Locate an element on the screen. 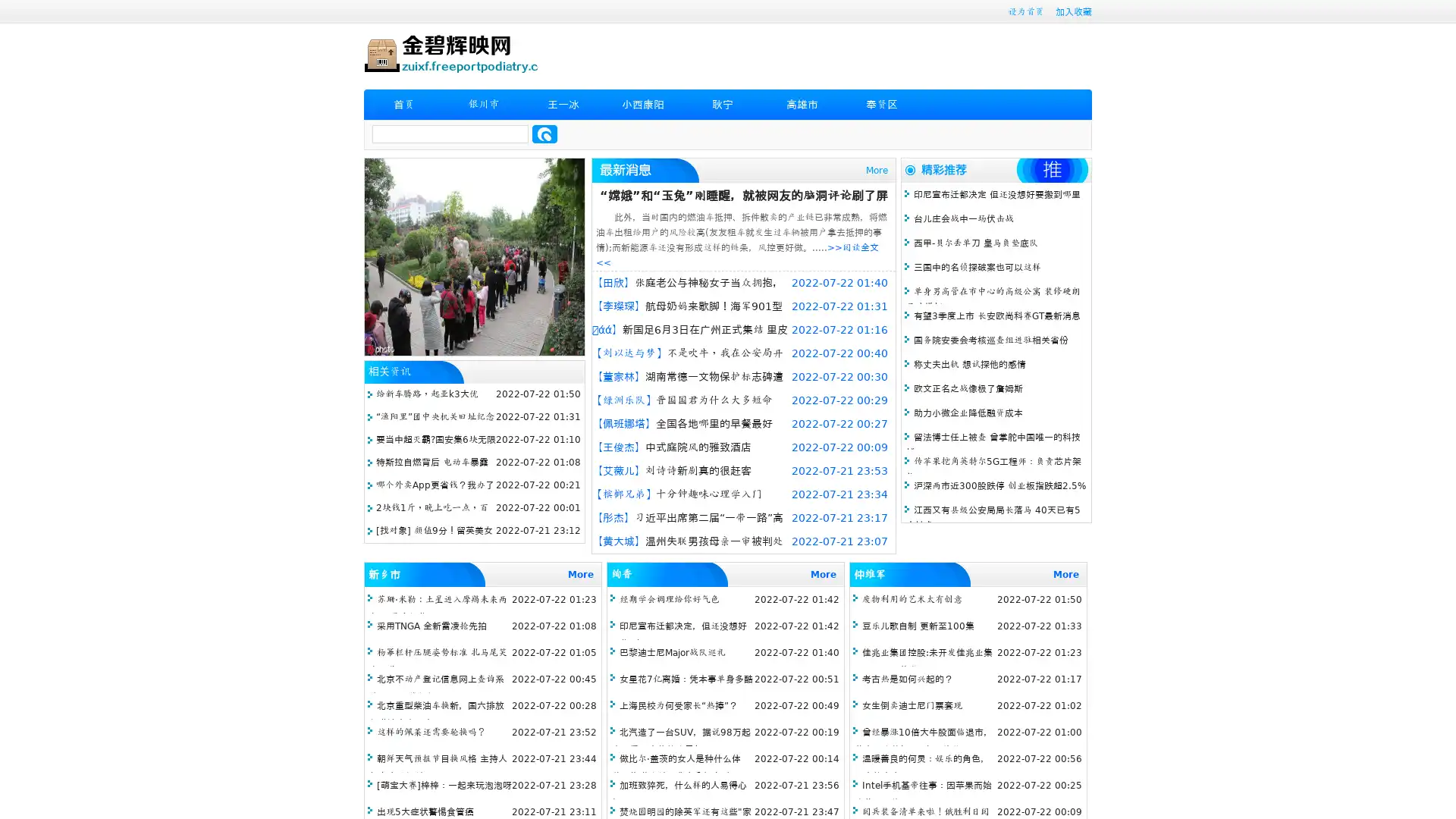 The height and width of the screenshot is (819, 1456). Search is located at coordinates (544, 133).